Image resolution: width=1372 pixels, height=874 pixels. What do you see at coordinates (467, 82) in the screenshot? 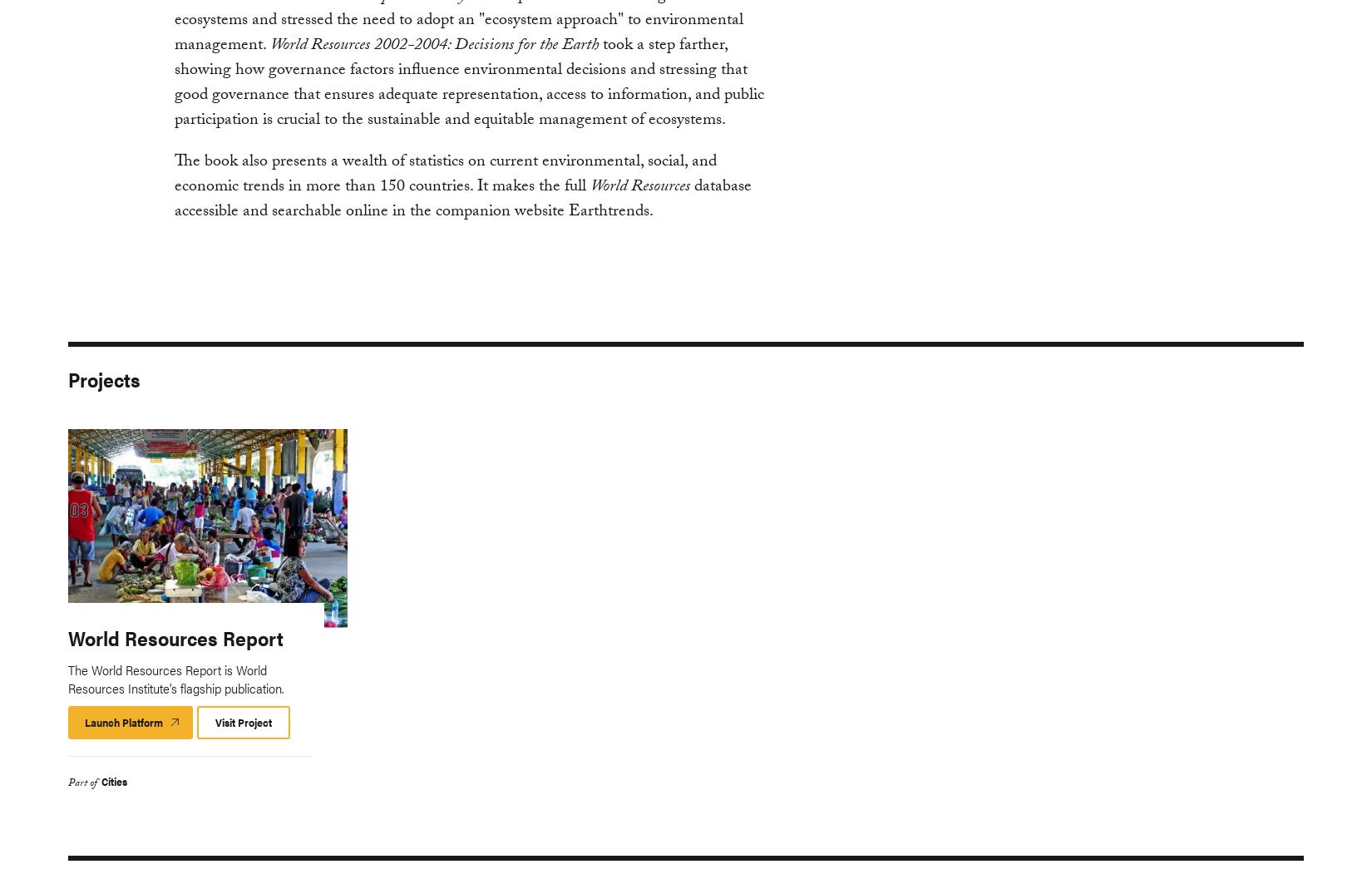
I see `'took a step farther, showing how governance factors influence environmental decisions and stressing that good governance that ensures adequate representation, access to information, and public participation is crucial to the sustainable and equitable management of ecosystems.'` at bounding box center [467, 82].